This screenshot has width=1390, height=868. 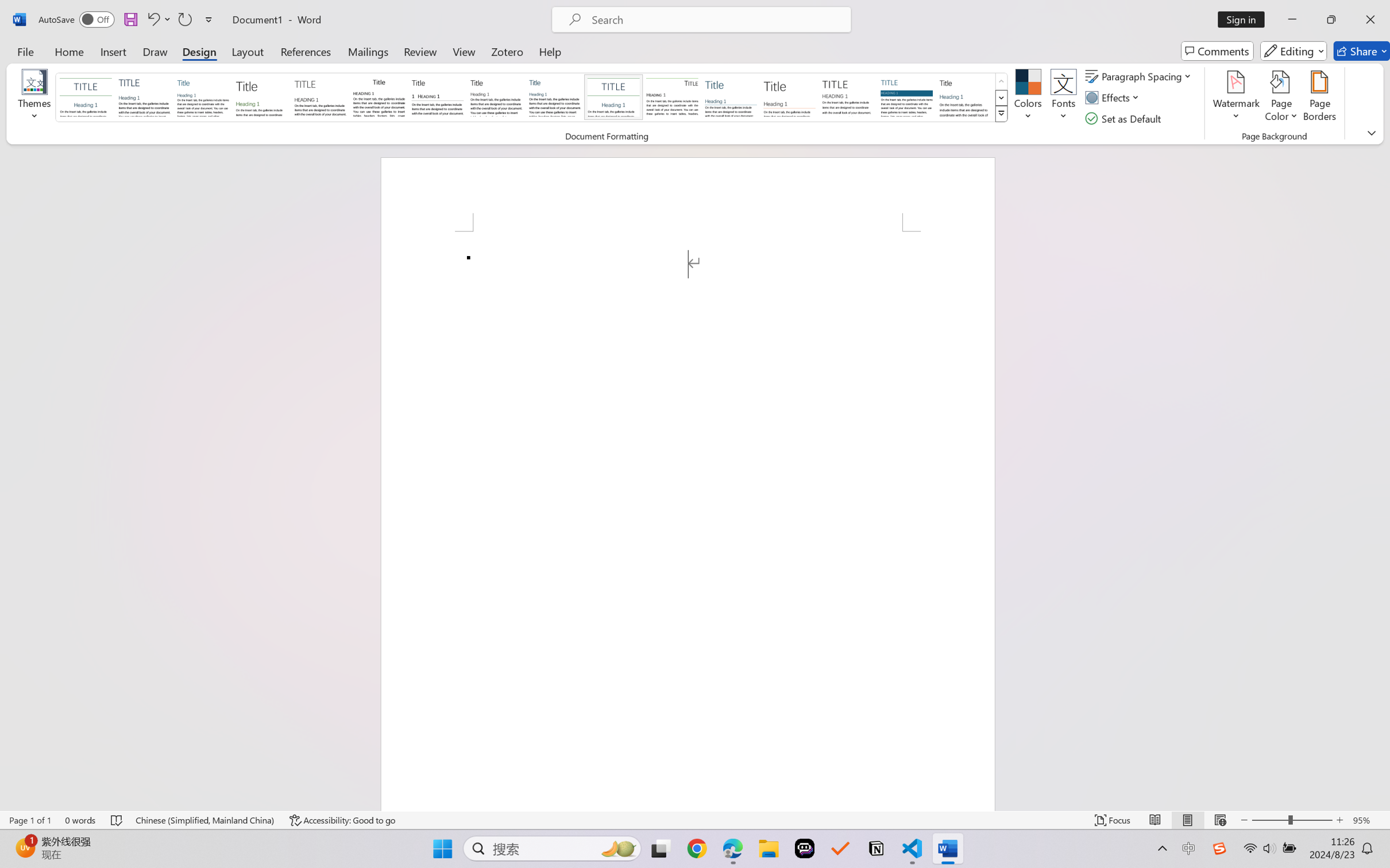 I want to click on 'Watermark', so click(x=1236, y=98).